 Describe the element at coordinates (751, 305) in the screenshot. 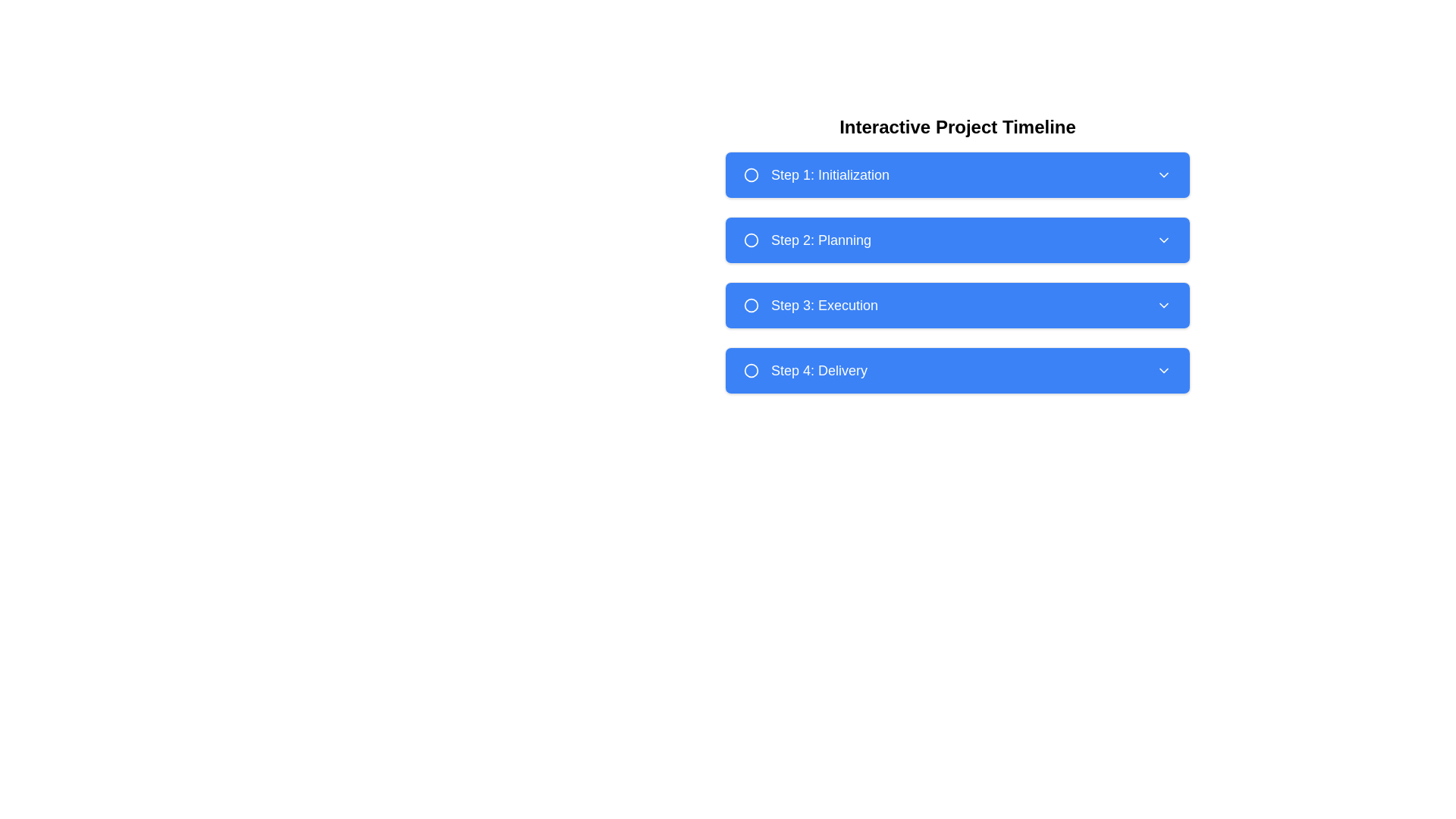

I see `the state of the graphical circle element within the 'Step 3: Execution' section, which is part of the SVG icon and indicates a non-interactive state` at that location.